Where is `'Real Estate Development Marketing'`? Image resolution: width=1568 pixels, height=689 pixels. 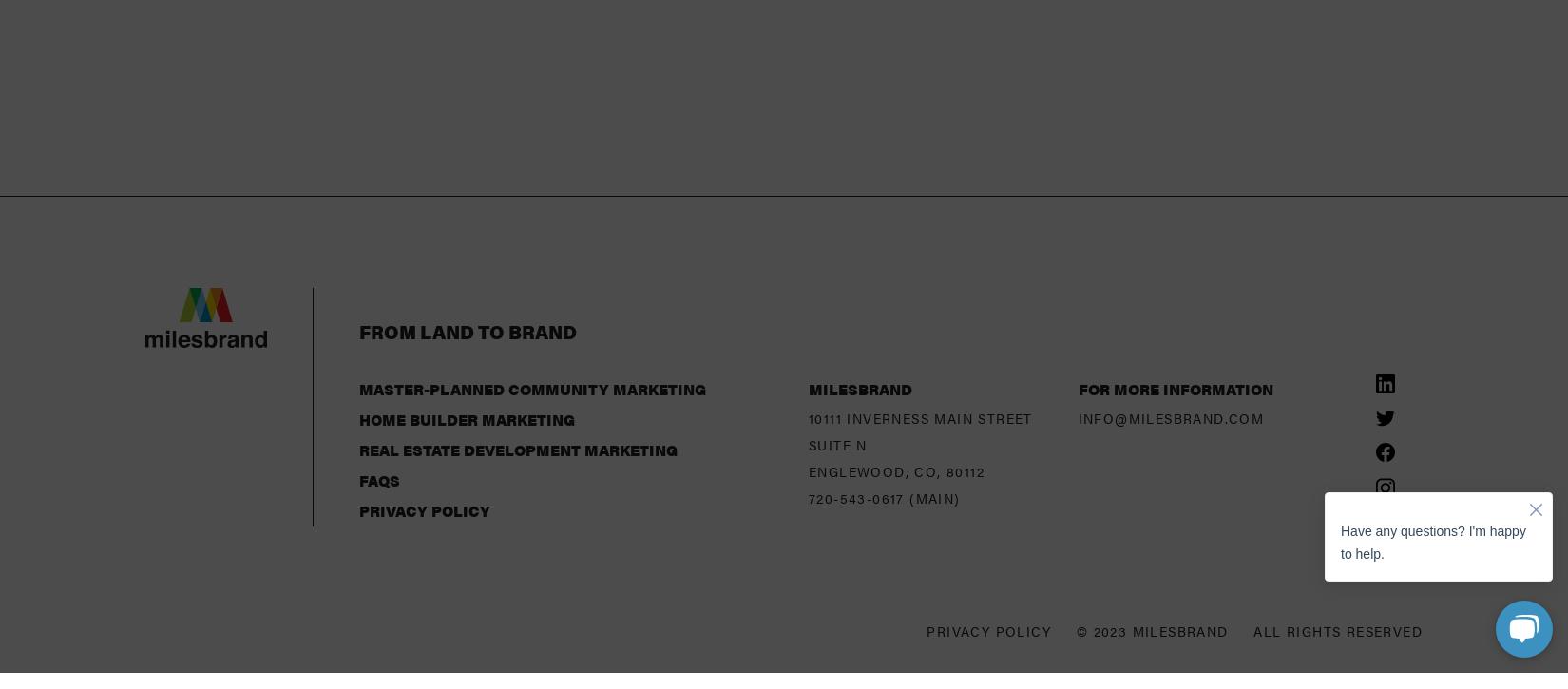 'Real Estate Development Marketing' is located at coordinates (517, 299).